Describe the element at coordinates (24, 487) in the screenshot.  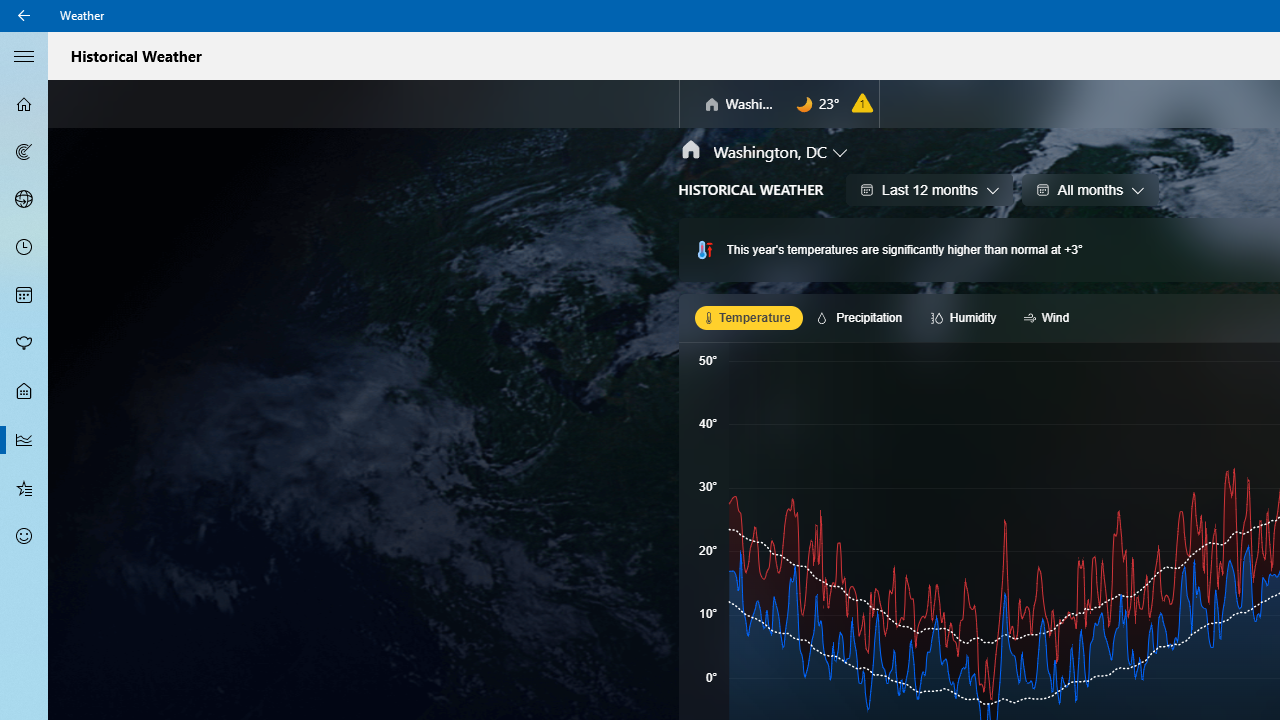
I see `'Favorites - Not Selected'` at that location.